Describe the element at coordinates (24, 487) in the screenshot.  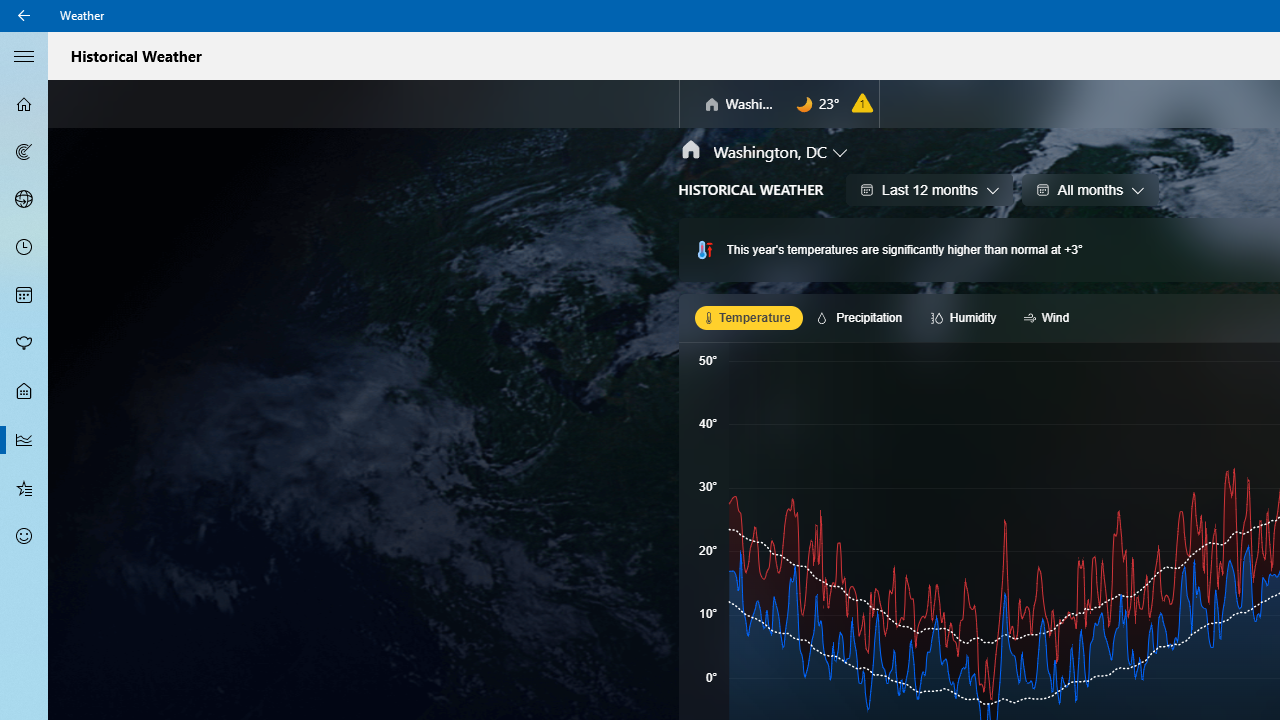
I see `'Favorites - Not Selected'` at that location.